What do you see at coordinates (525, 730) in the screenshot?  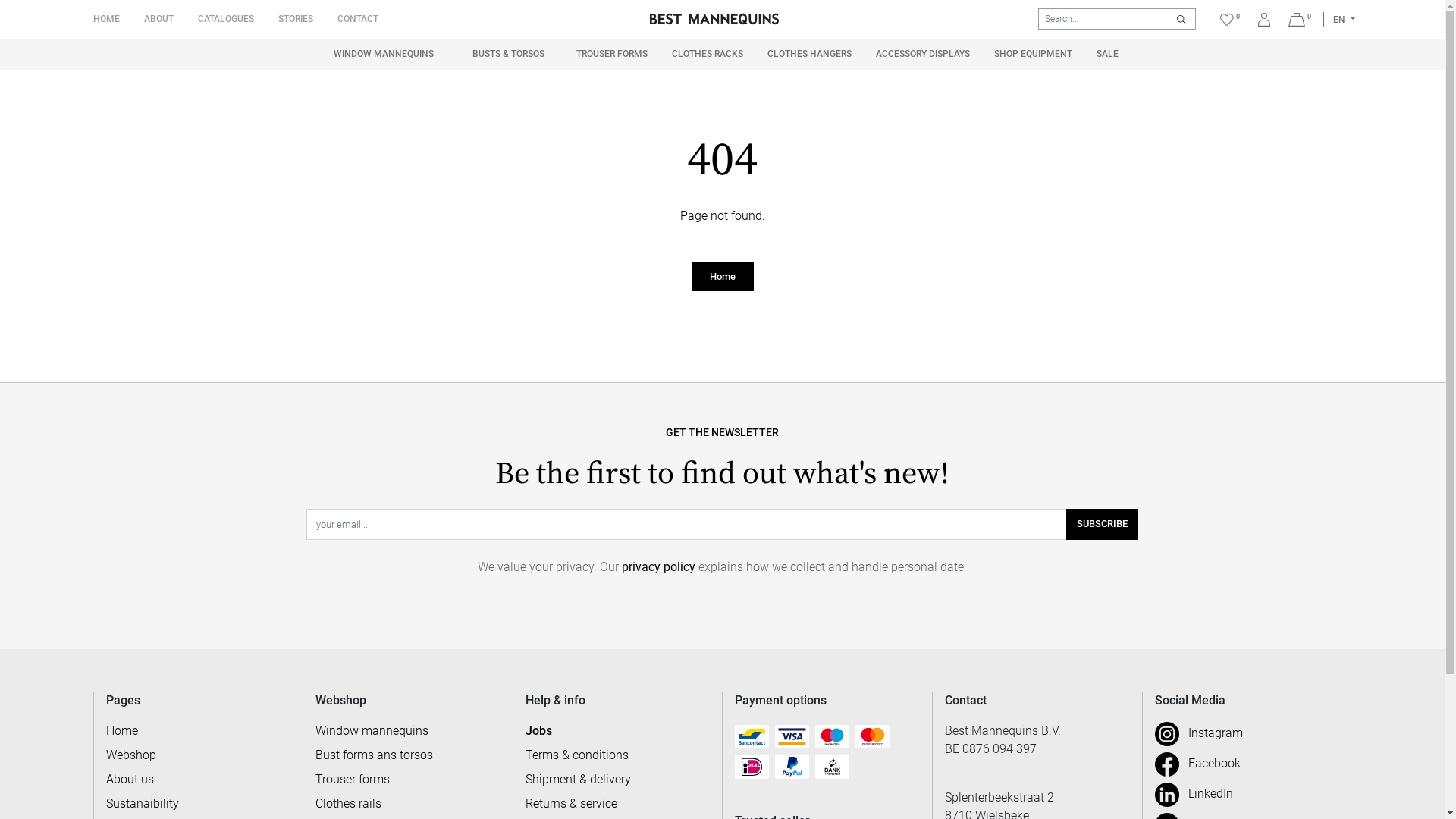 I see `'Jobs'` at bounding box center [525, 730].